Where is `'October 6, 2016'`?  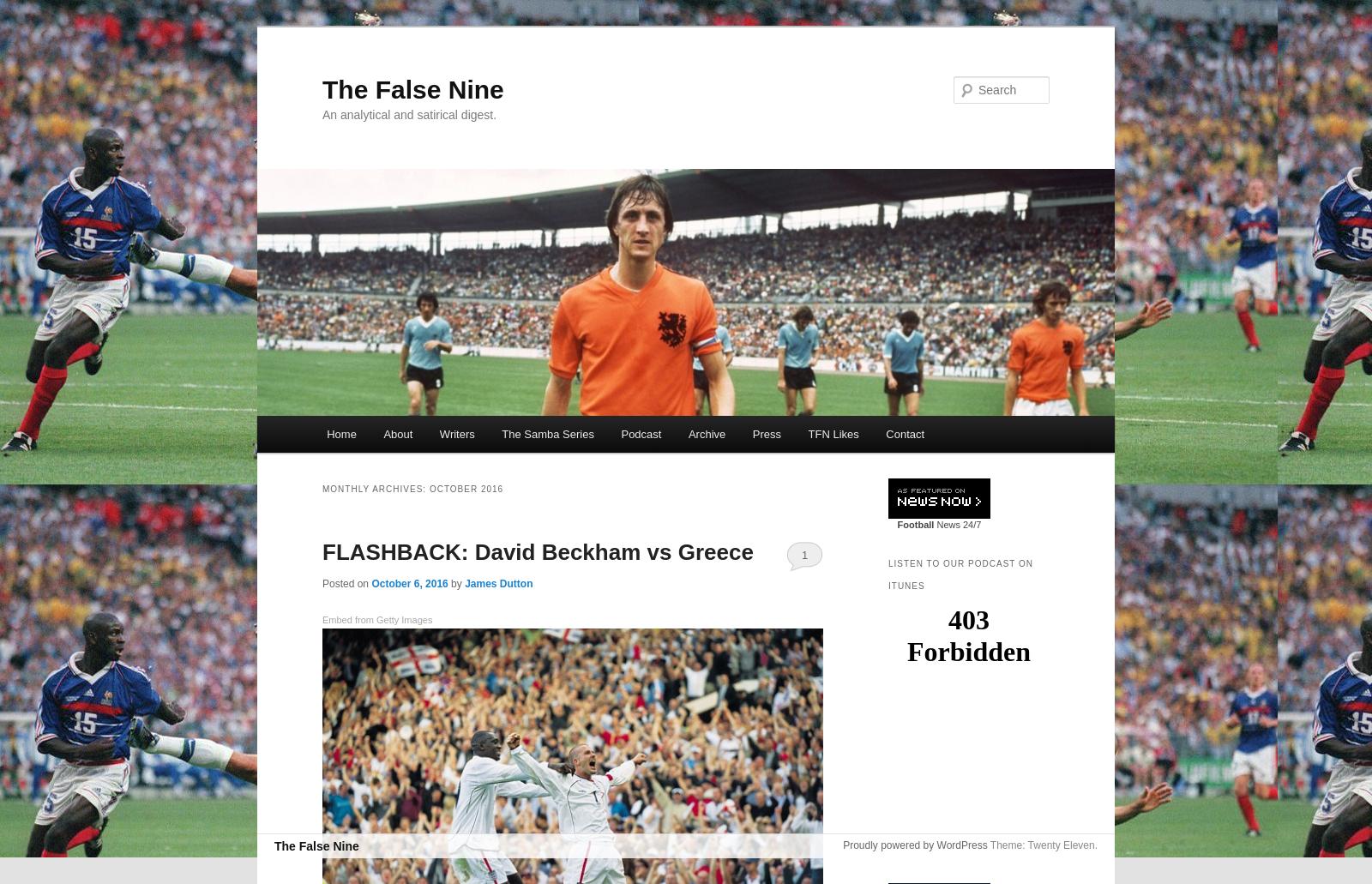
'October 6, 2016' is located at coordinates (408, 583).